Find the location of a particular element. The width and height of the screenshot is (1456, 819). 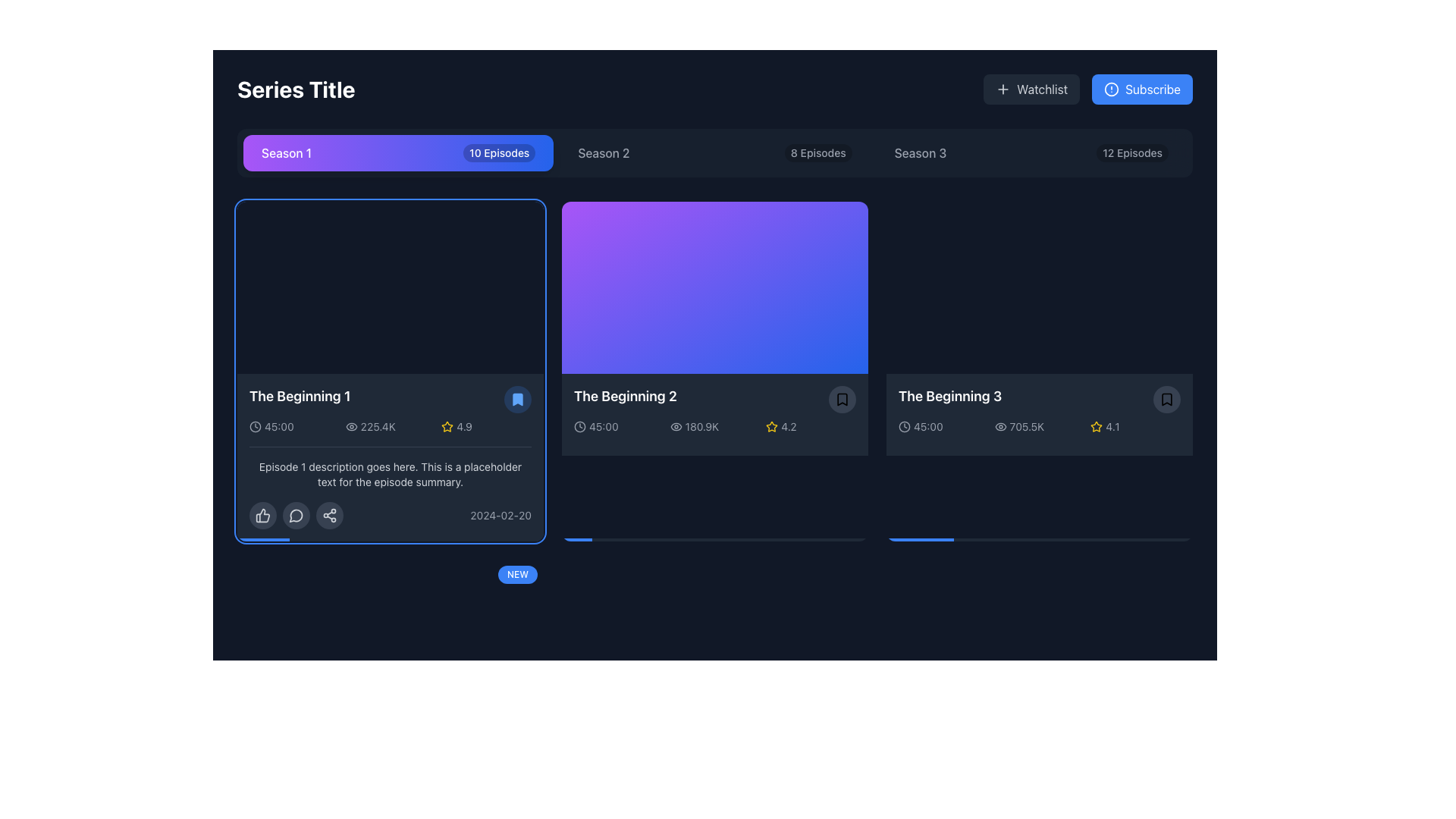

the details displayed in the informational panel located below the card titled 'The Beginning 2', which includes the duration, view count, and rating is located at coordinates (714, 415).